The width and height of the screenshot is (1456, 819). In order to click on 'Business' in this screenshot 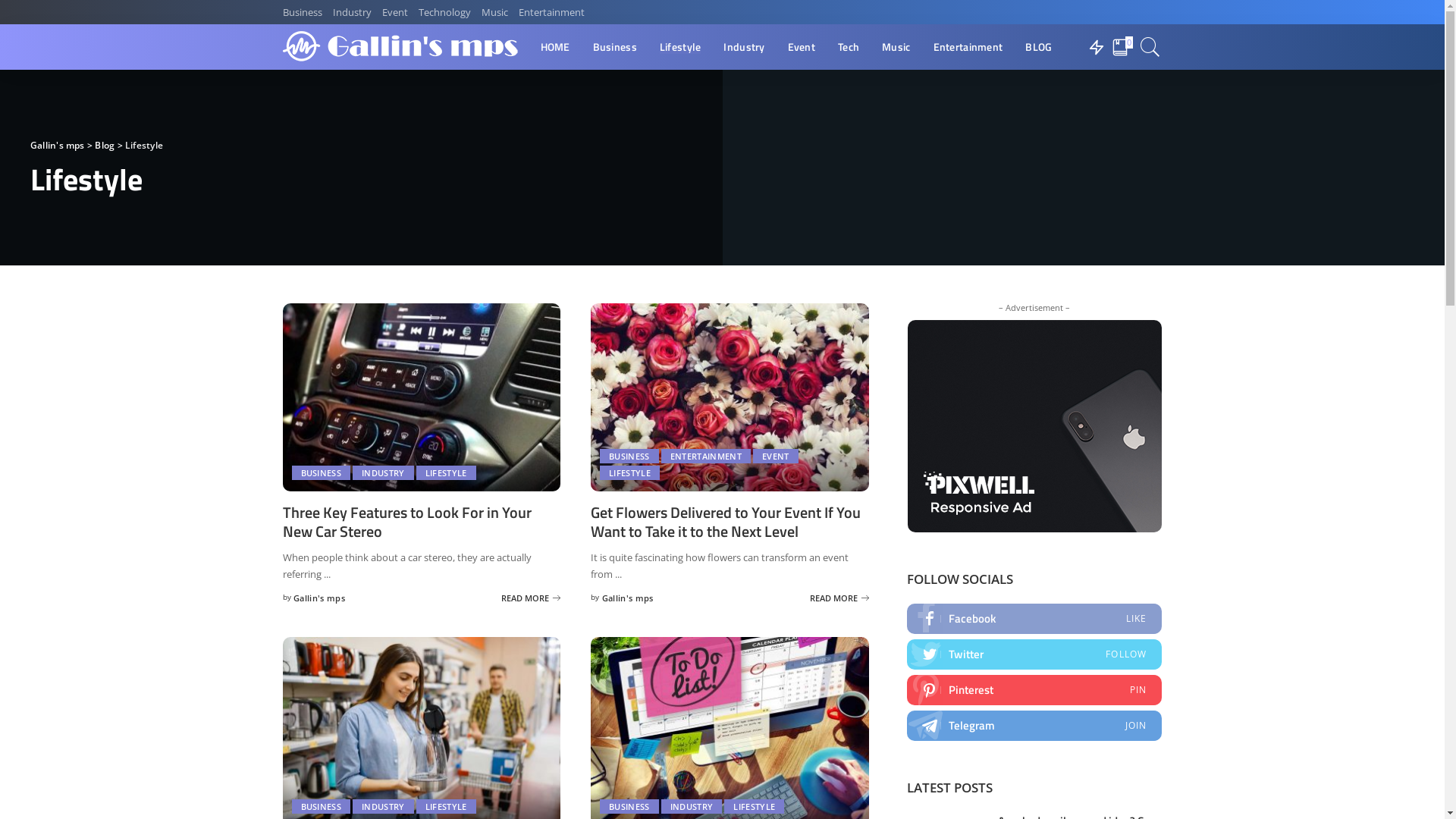, I will do `click(282, 12)`.